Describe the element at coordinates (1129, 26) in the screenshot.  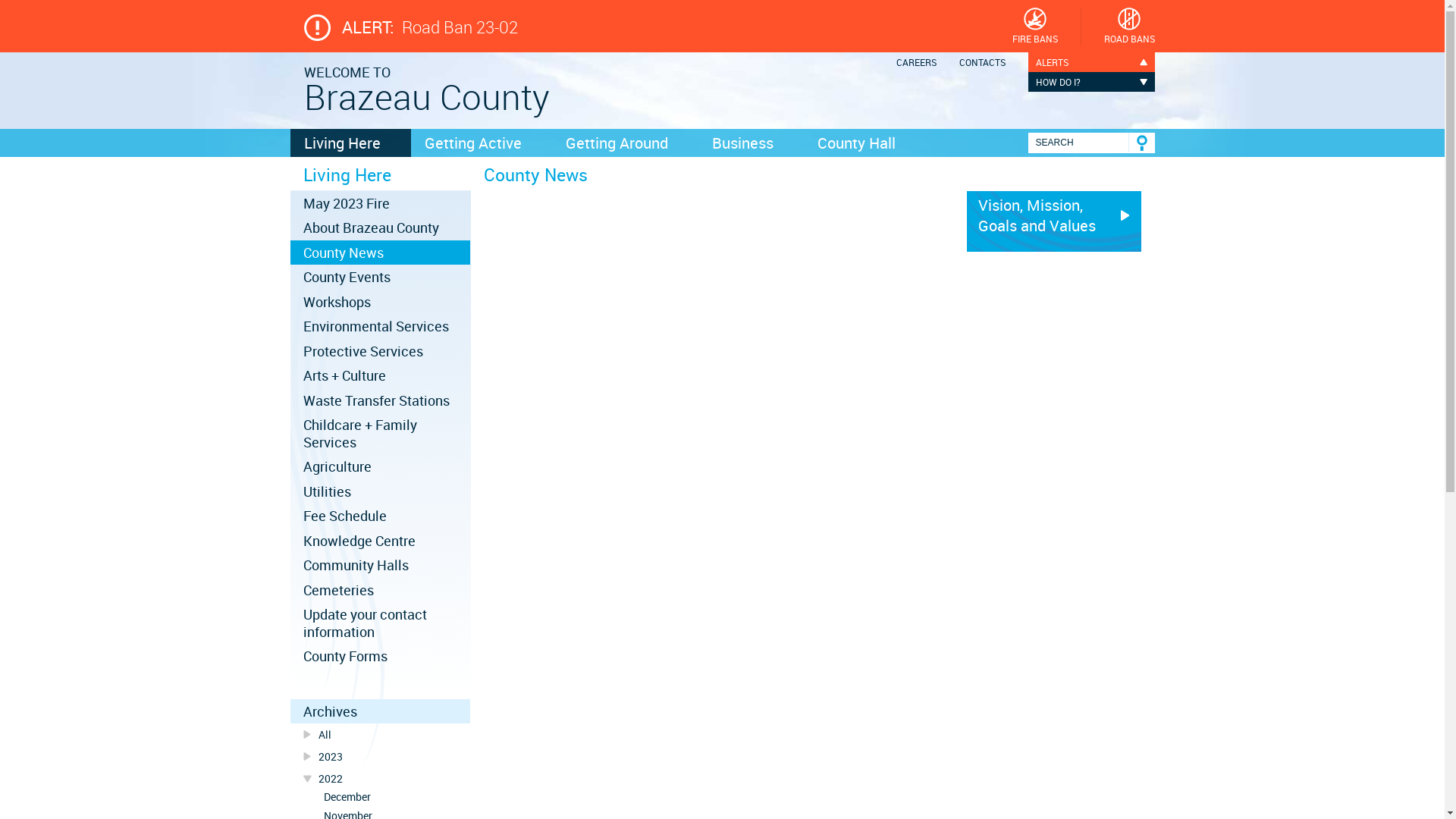
I see `'ROAD BANS'` at that location.